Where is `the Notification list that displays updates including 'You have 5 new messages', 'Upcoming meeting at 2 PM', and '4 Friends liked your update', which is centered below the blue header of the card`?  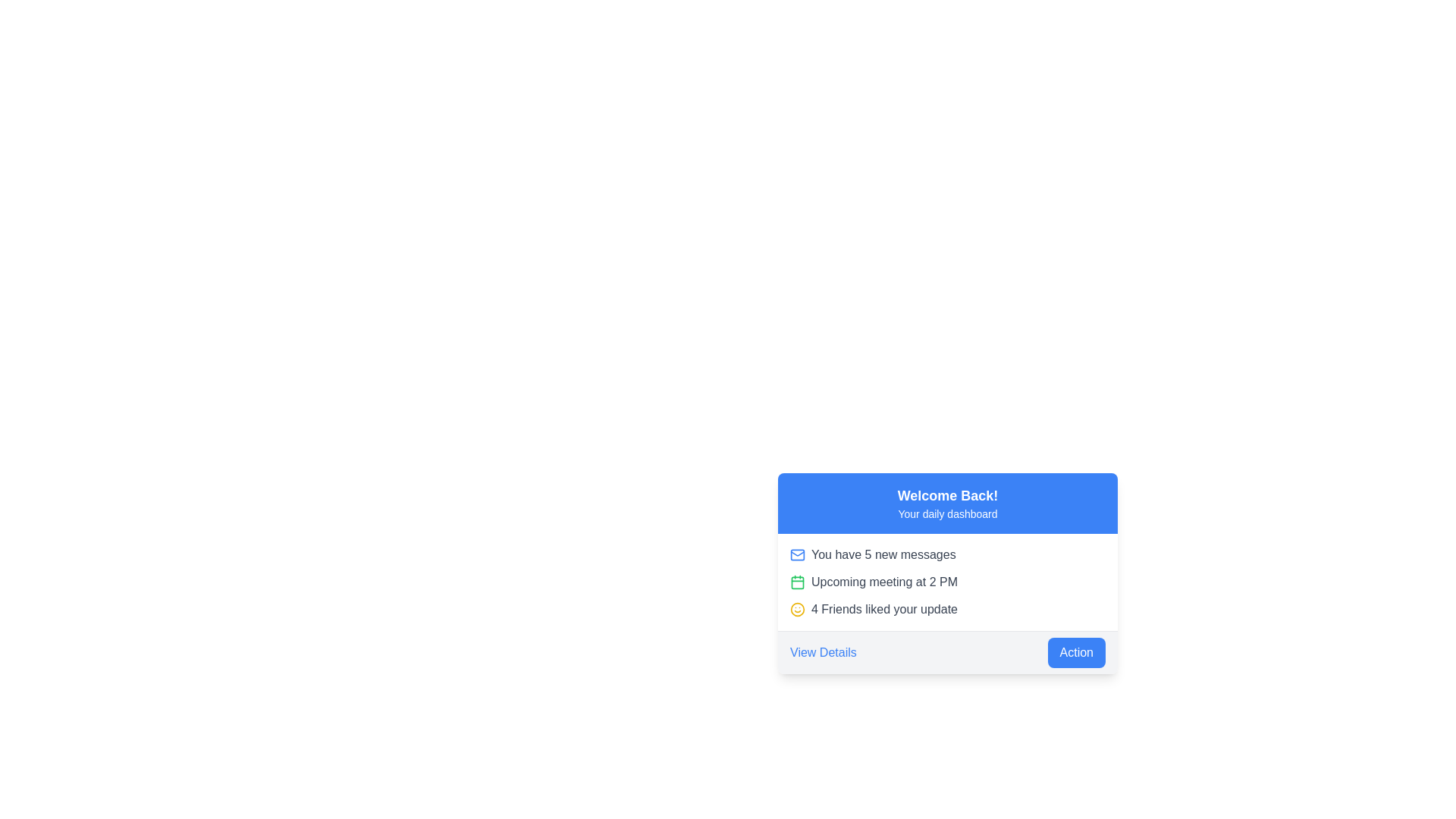
the Notification list that displays updates including 'You have 5 new messages', 'Upcoming meeting at 2 PM', and '4 Friends liked your update', which is centered below the blue header of the card is located at coordinates (946, 581).